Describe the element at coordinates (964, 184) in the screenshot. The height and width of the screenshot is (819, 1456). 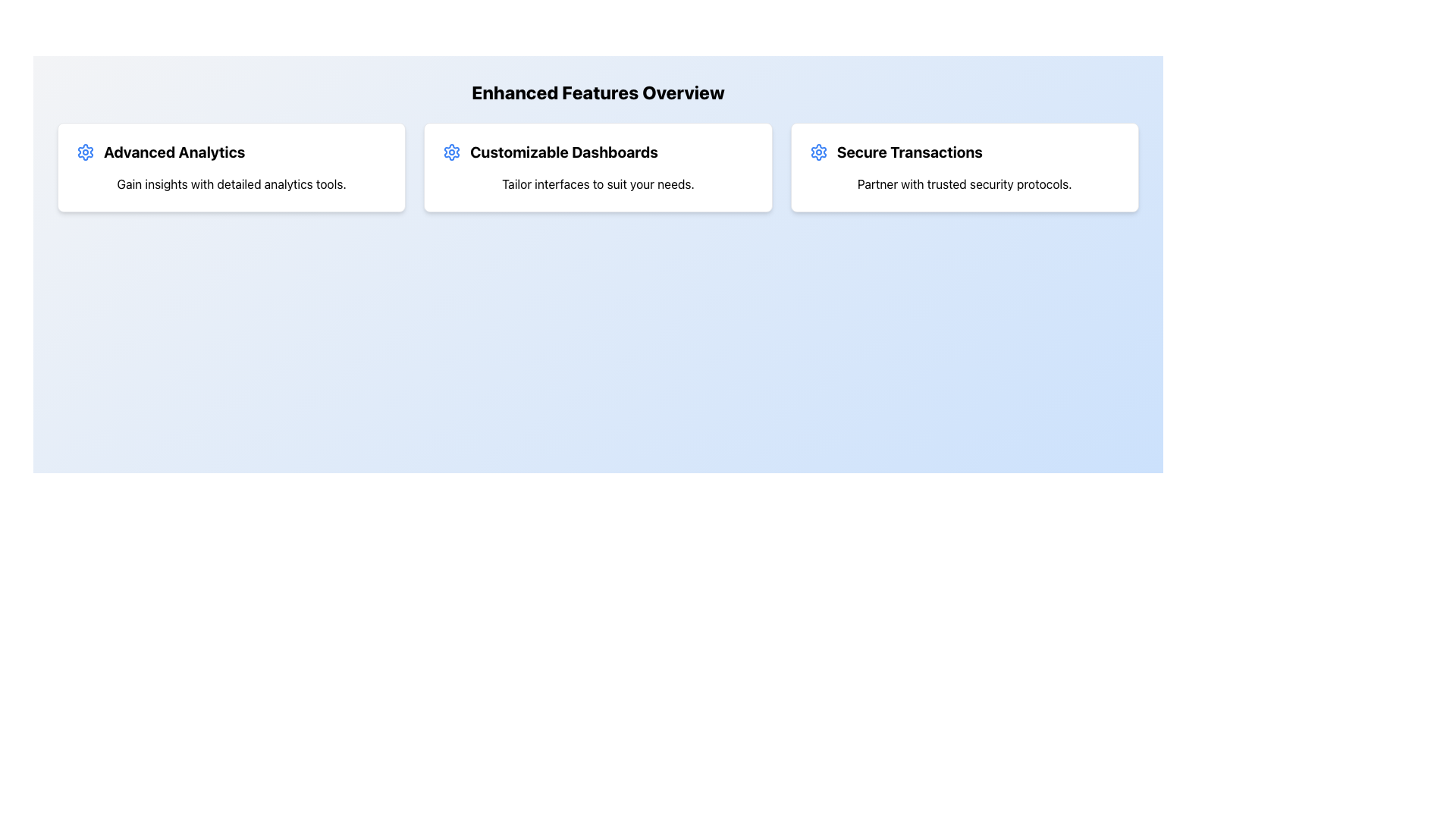
I see `the text label stating 'Partner with trusted security protocols' which is positioned below the title 'Secure Transactions' in the third card of a horizontally arranged layout of similar cards` at that location.